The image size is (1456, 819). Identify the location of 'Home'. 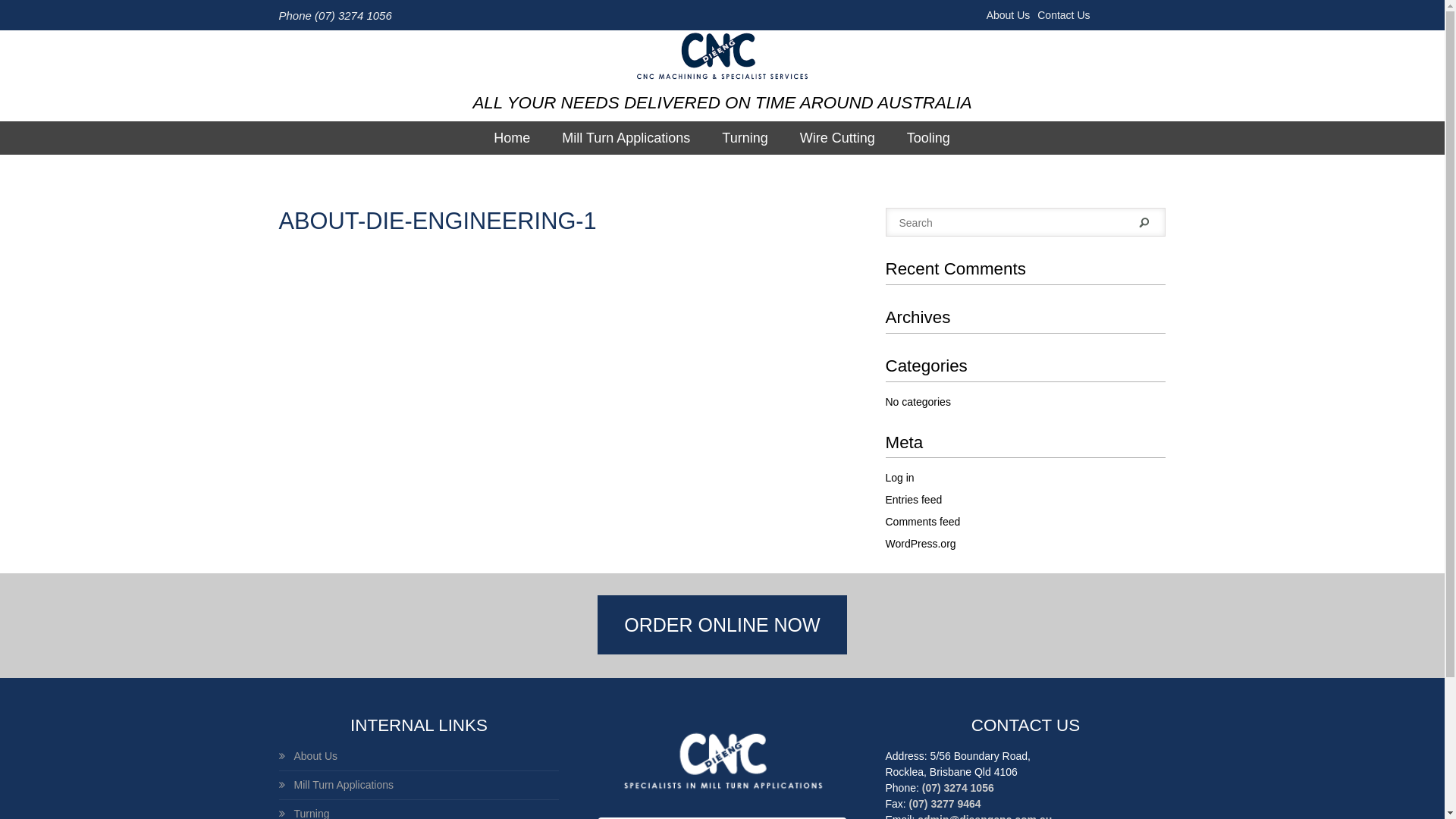
(477, 137).